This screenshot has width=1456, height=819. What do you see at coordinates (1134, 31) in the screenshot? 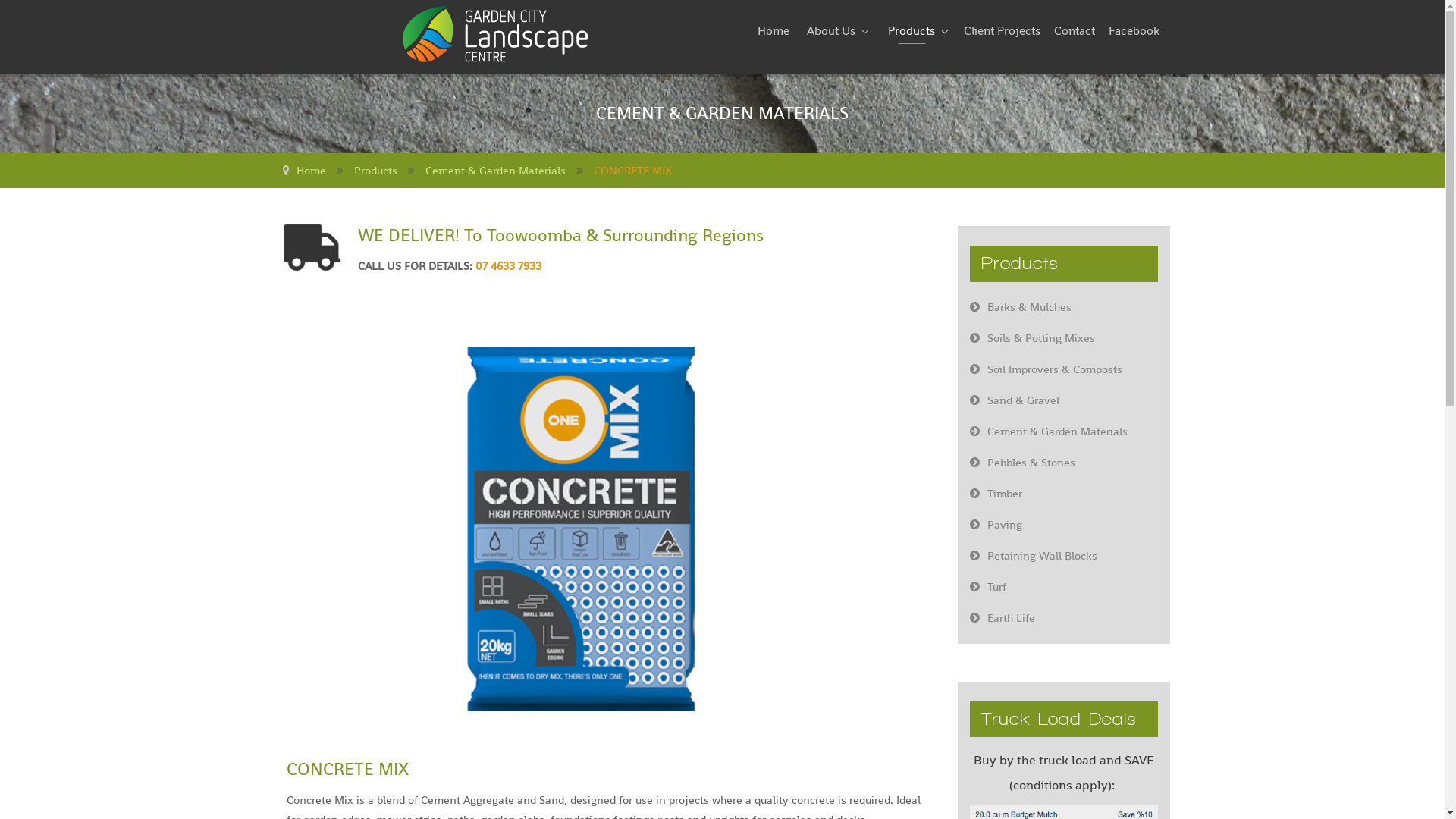
I see `'Facebook'` at bounding box center [1134, 31].